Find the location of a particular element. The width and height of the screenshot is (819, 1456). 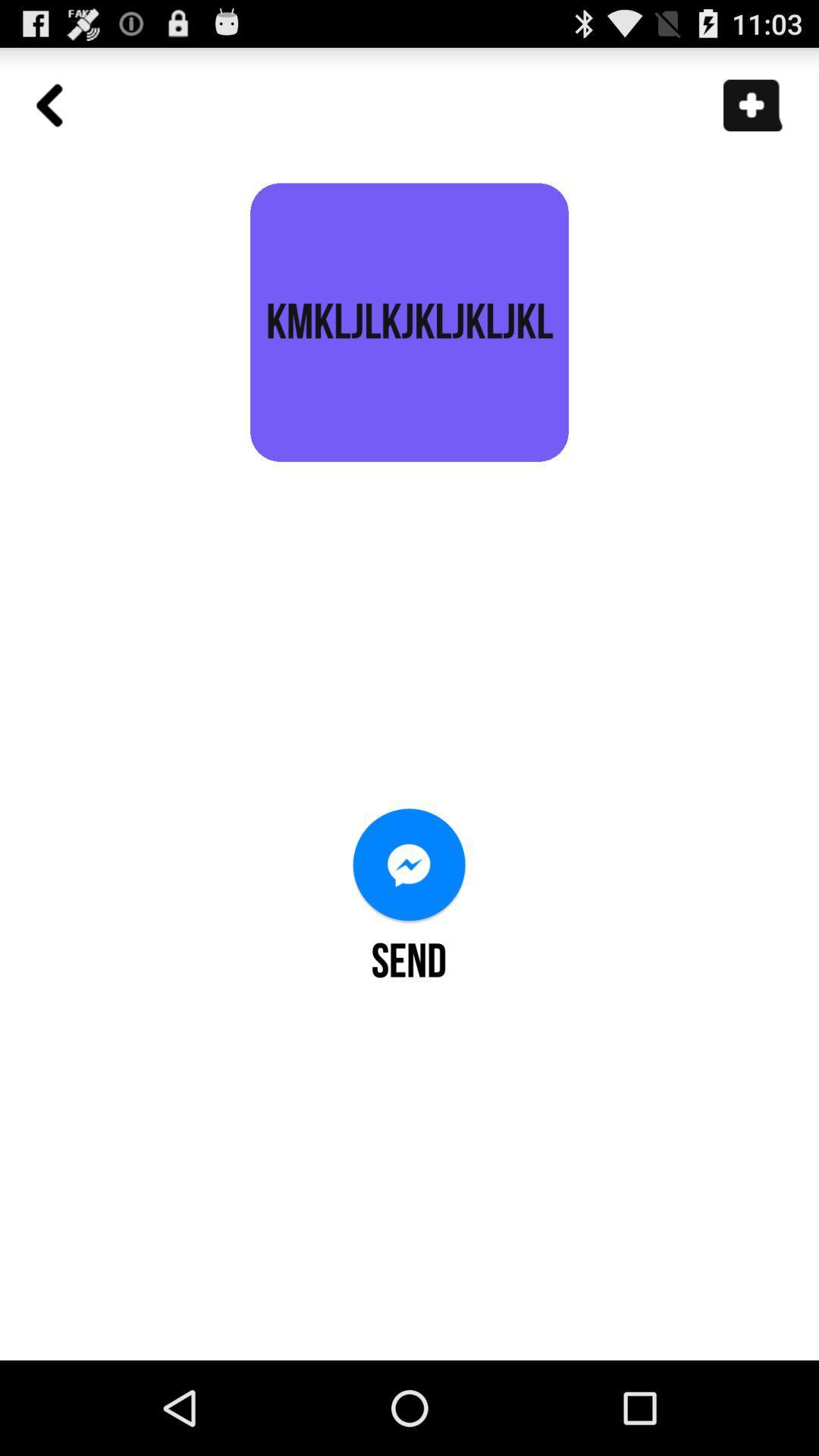

go back is located at coordinates (57, 112).